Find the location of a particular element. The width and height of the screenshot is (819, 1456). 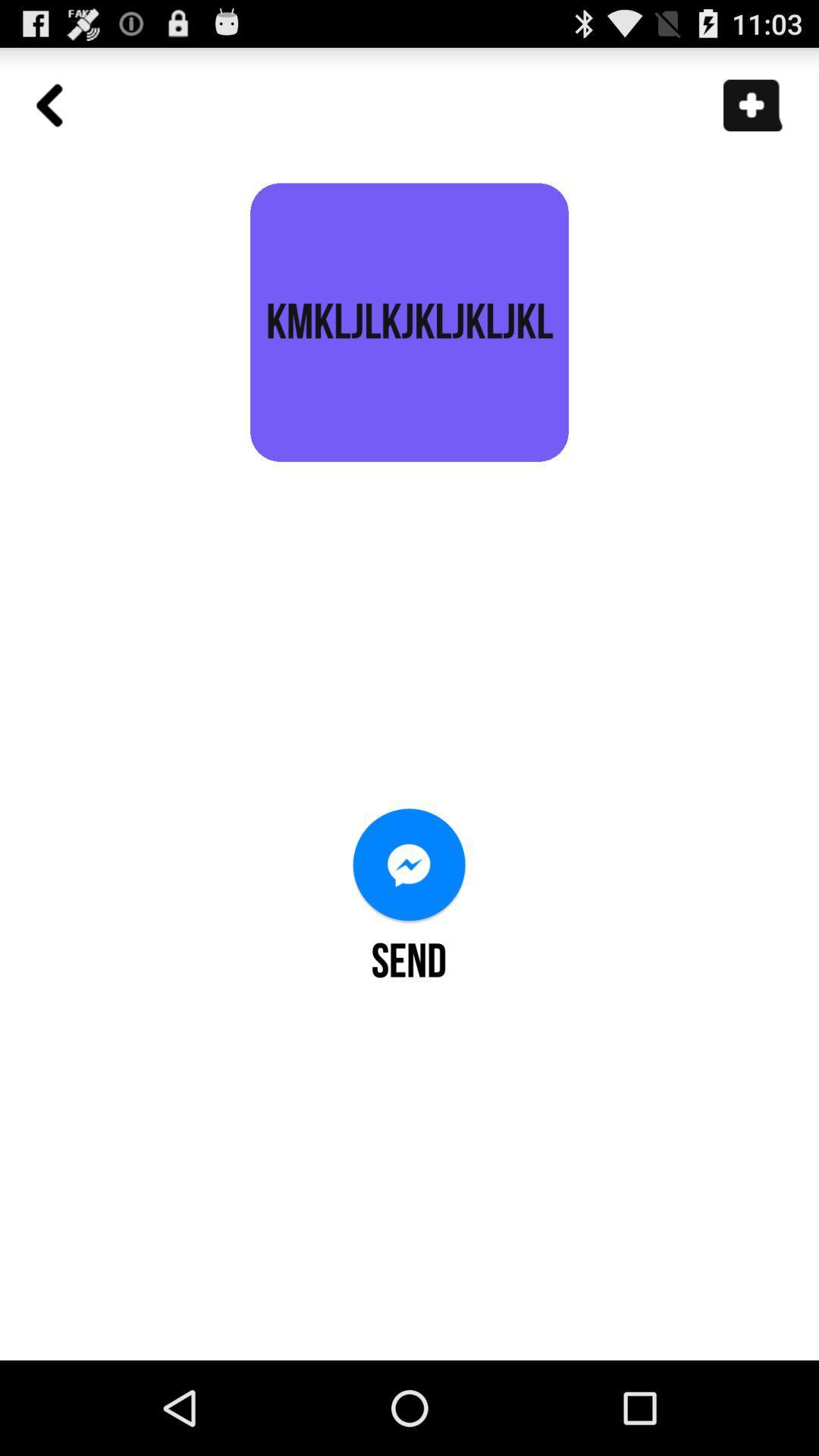

go back is located at coordinates (57, 112).